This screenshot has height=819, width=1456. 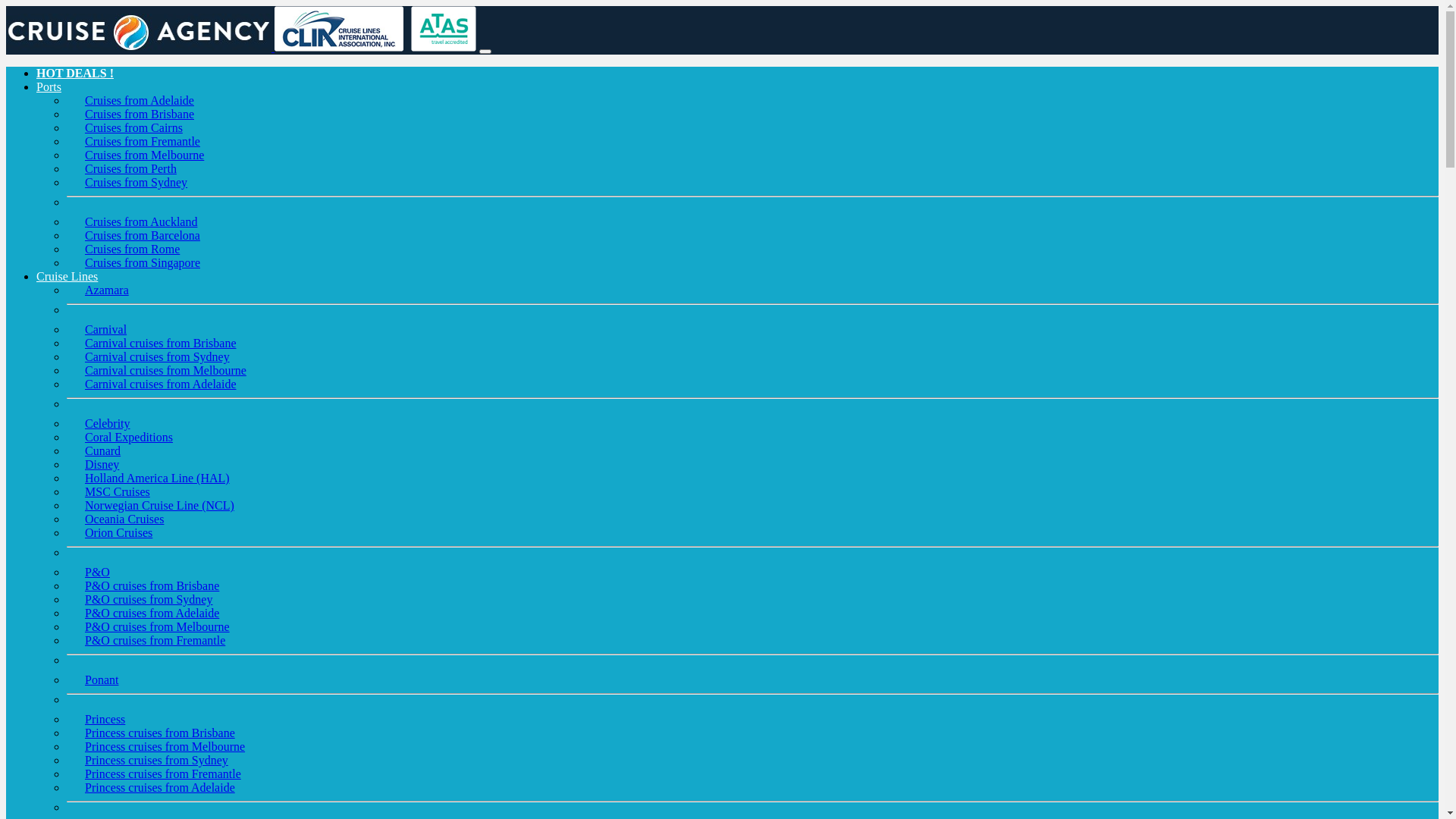 I want to click on 'Princess cruises from Melbourne', so click(x=165, y=745).